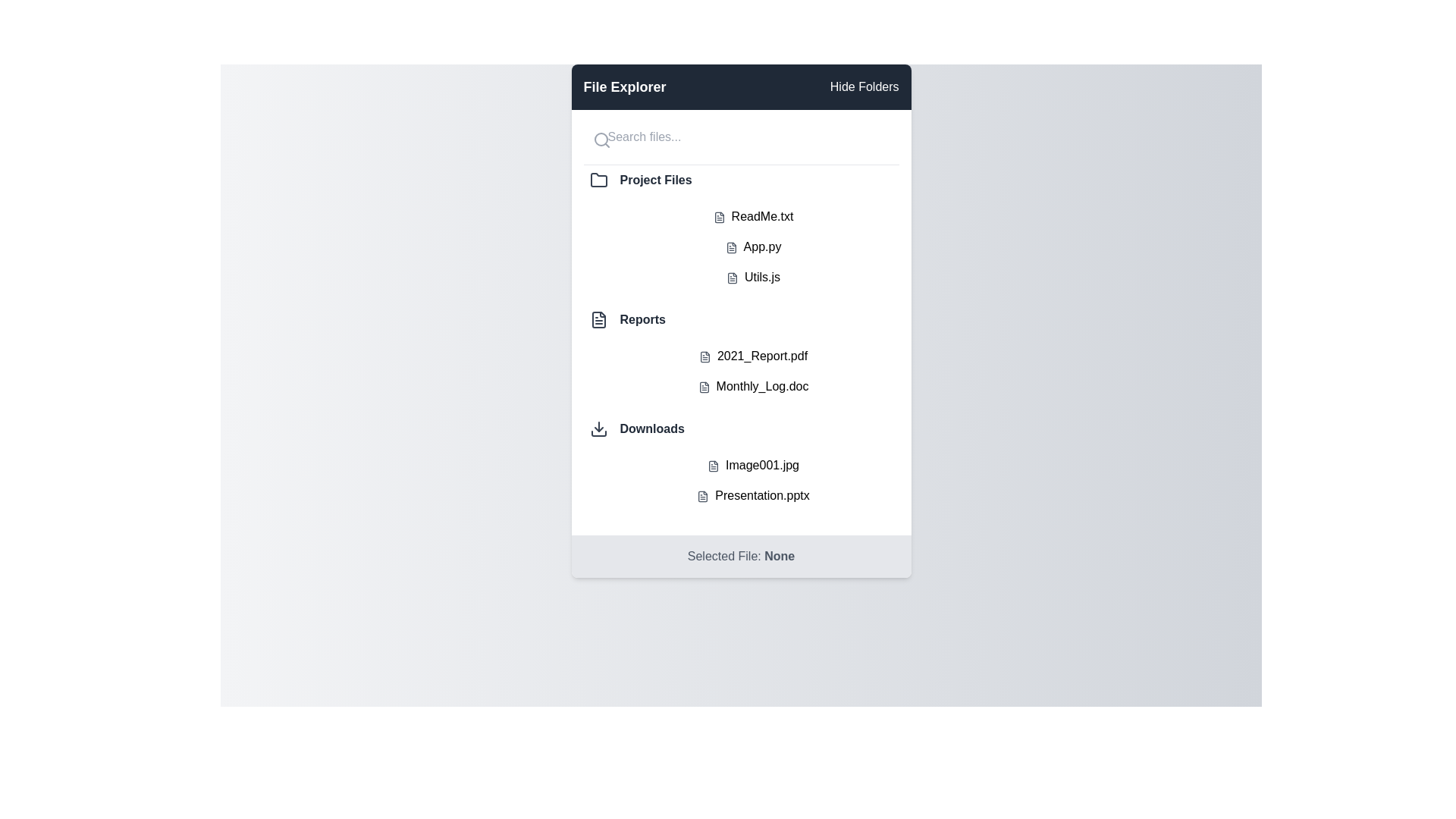 The image size is (1456, 819). What do you see at coordinates (753, 246) in the screenshot?
I see `the file named App.py to select it` at bounding box center [753, 246].